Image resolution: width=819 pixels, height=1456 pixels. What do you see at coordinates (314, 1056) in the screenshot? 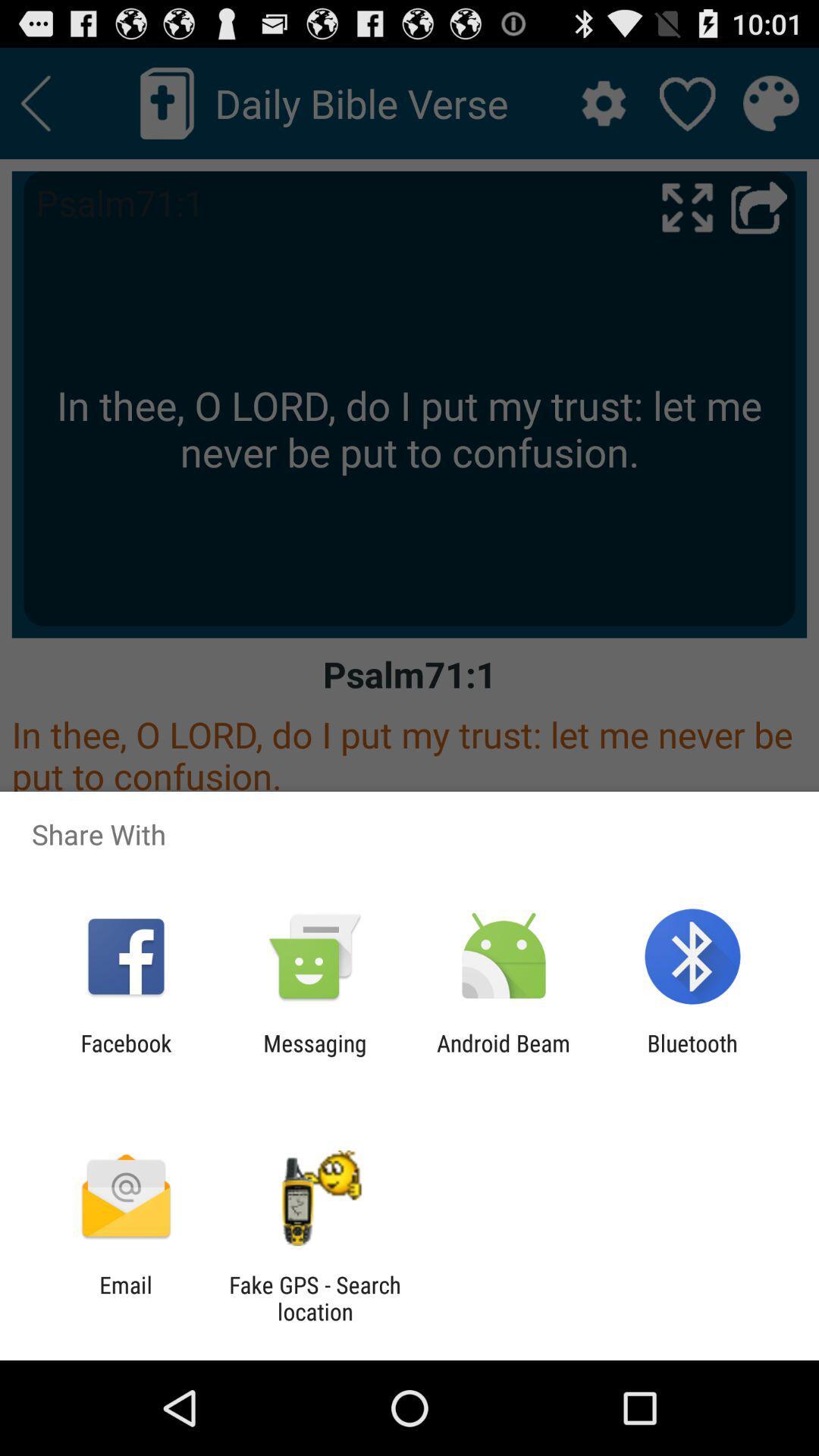
I see `app next to the android beam` at bounding box center [314, 1056].